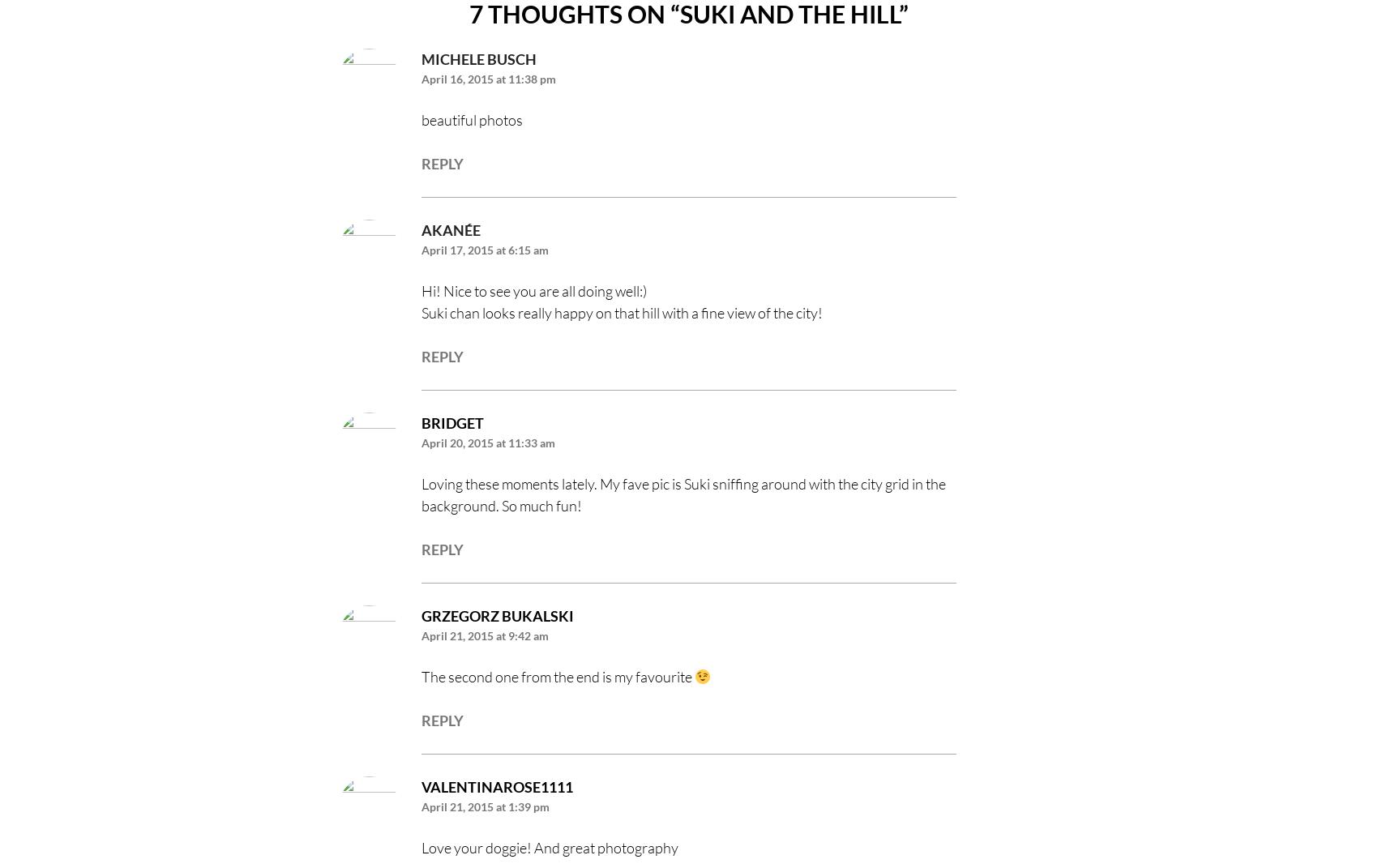  What do you see at coordinates (422, 312) in the screenshot?
I see `'Suki chan looks really happy on that hill with a fine view of the city!'` at bounding box center [422, 312].